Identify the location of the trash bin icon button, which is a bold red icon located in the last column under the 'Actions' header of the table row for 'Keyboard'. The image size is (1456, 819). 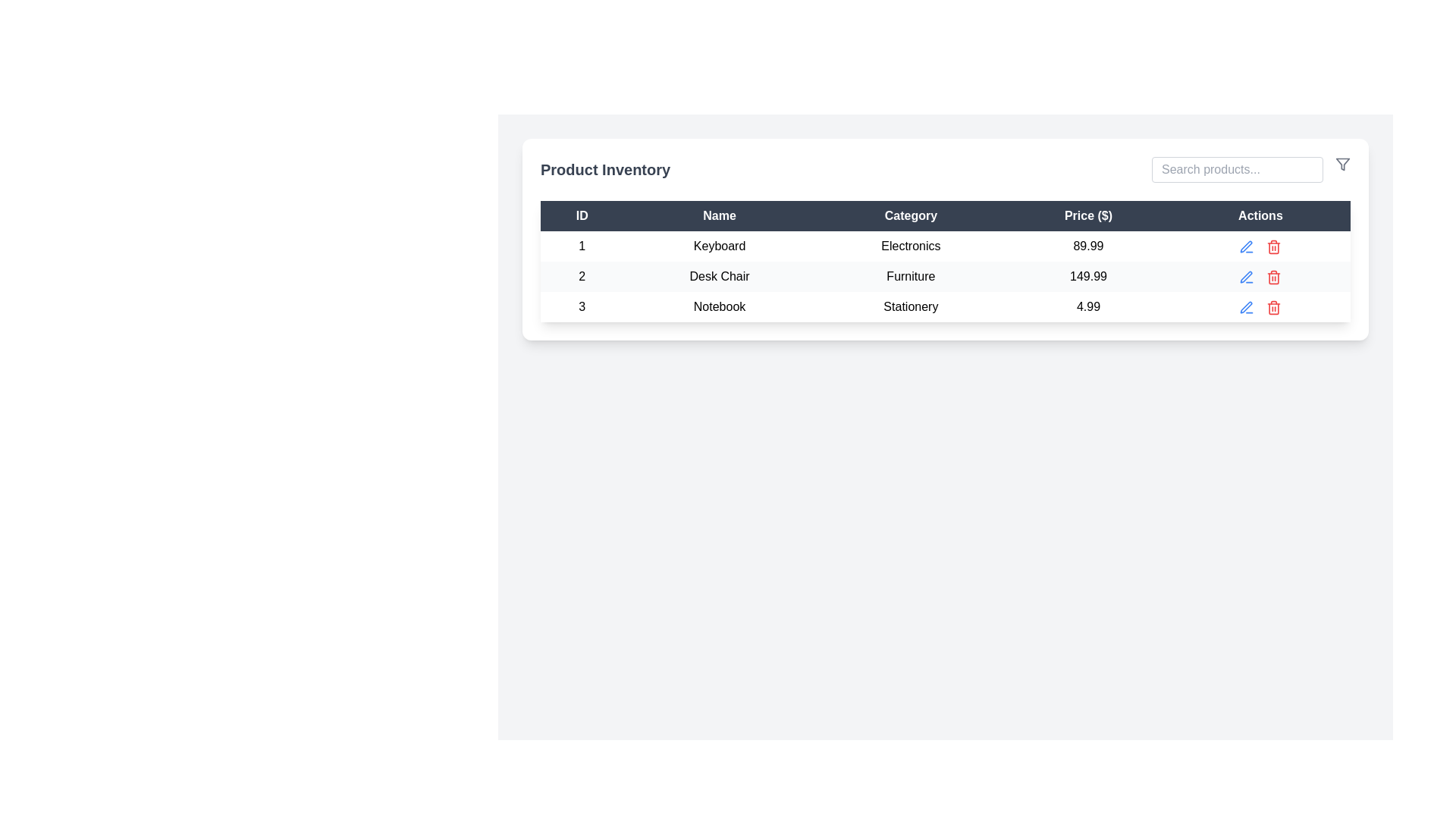
(1274, 245).